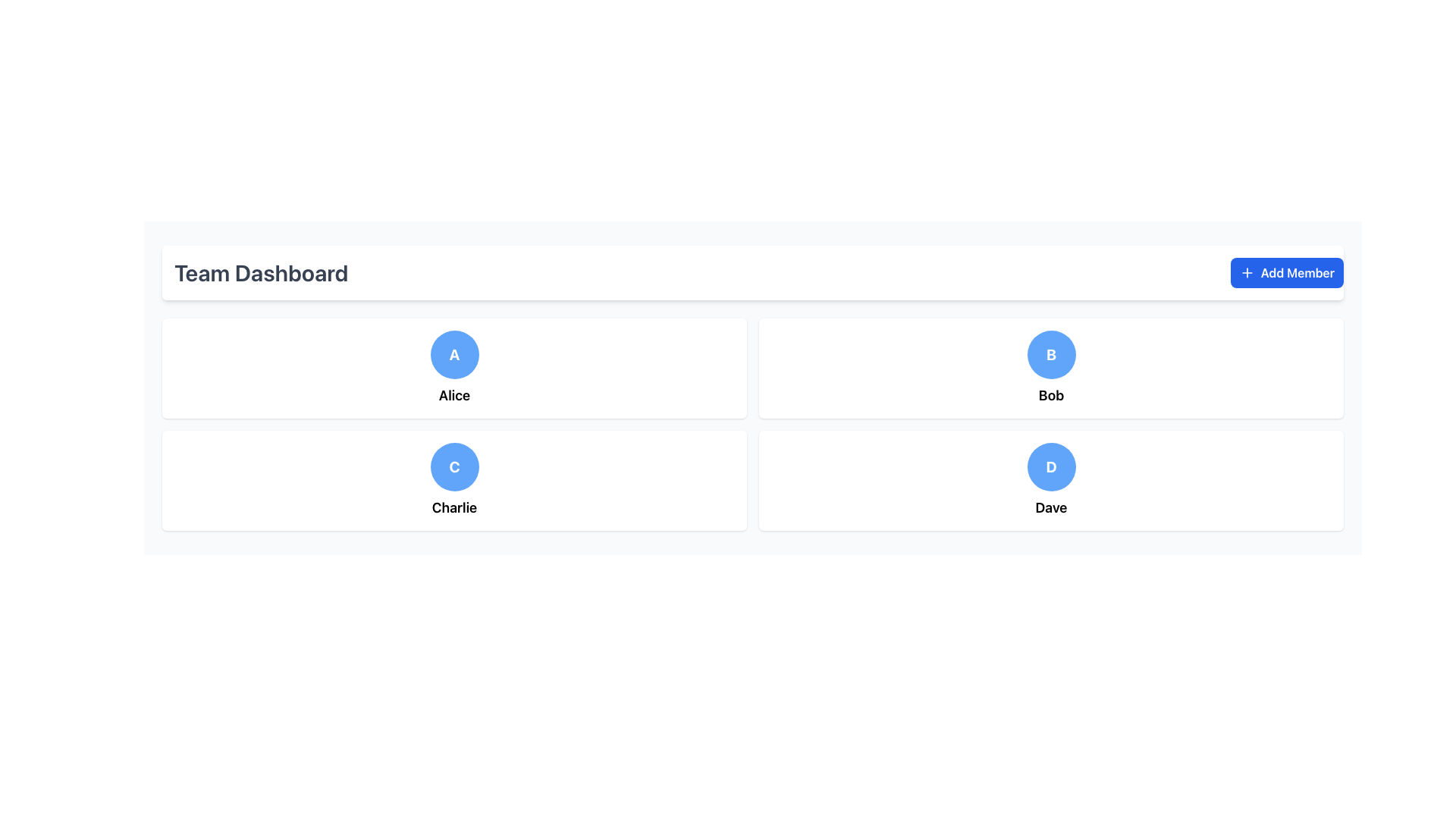  Describe the element at coordinates (1050, 369) in the screenshot. I see `the second card in the grid layout, which has a blue circle containing the letter 'B' and the name 'Bob' below it` at that location.